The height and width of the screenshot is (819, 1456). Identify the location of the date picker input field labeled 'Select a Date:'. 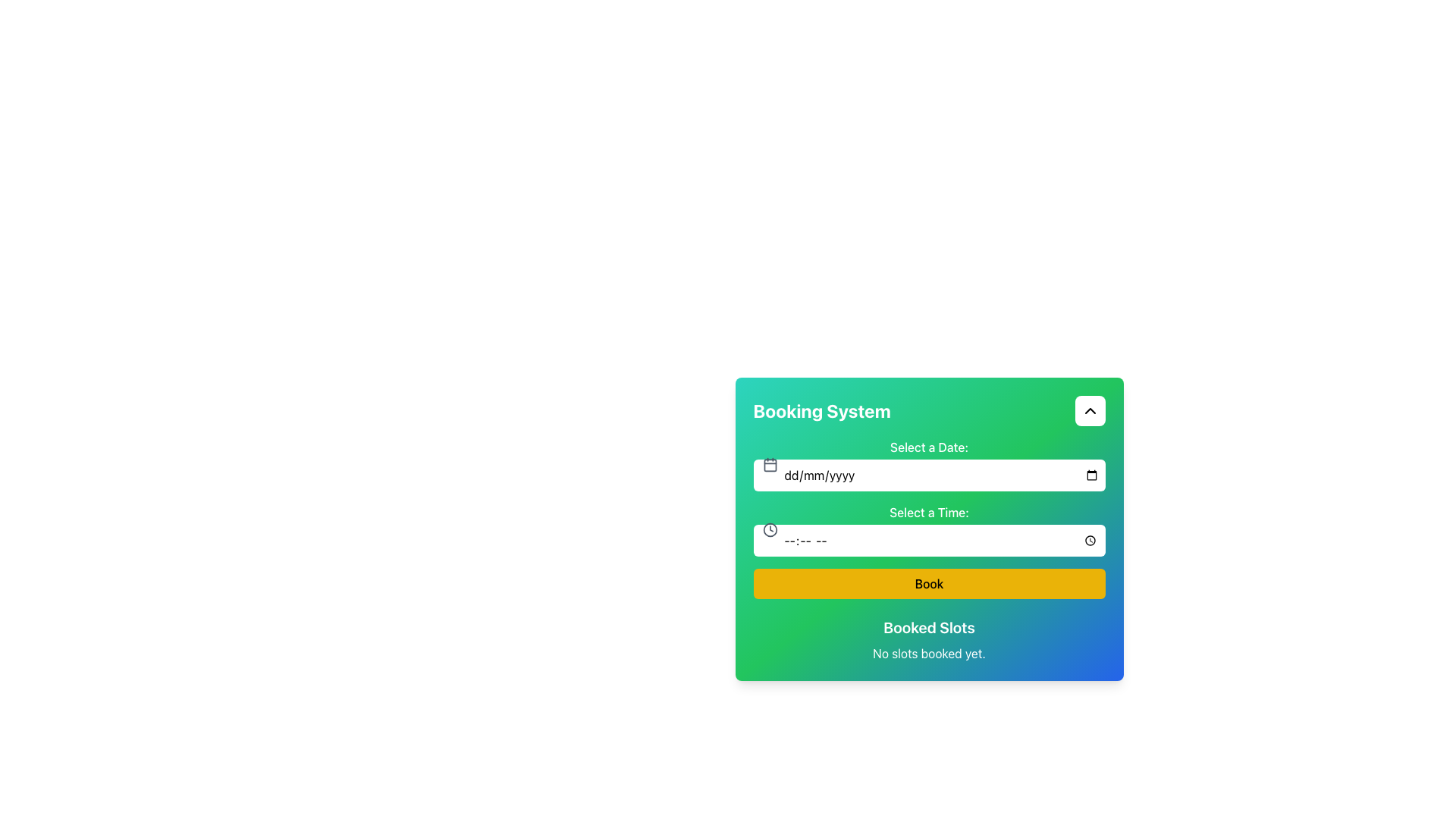
(928, 464).